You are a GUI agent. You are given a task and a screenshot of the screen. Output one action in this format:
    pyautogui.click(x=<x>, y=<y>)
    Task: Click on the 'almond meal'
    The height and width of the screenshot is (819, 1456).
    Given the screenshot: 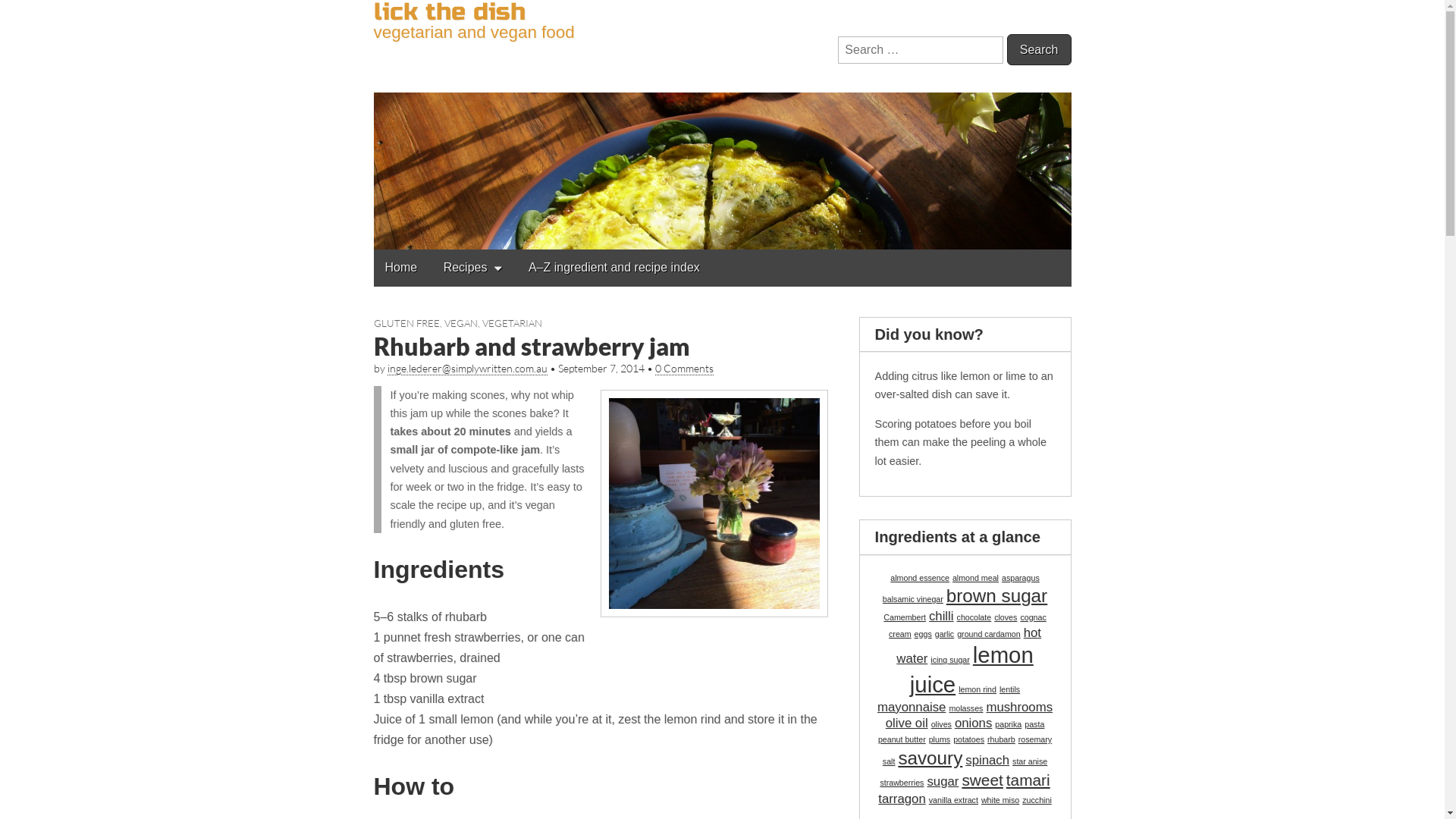 What is the action you would take?
    pyautogui.click(x=975, y=578)
    